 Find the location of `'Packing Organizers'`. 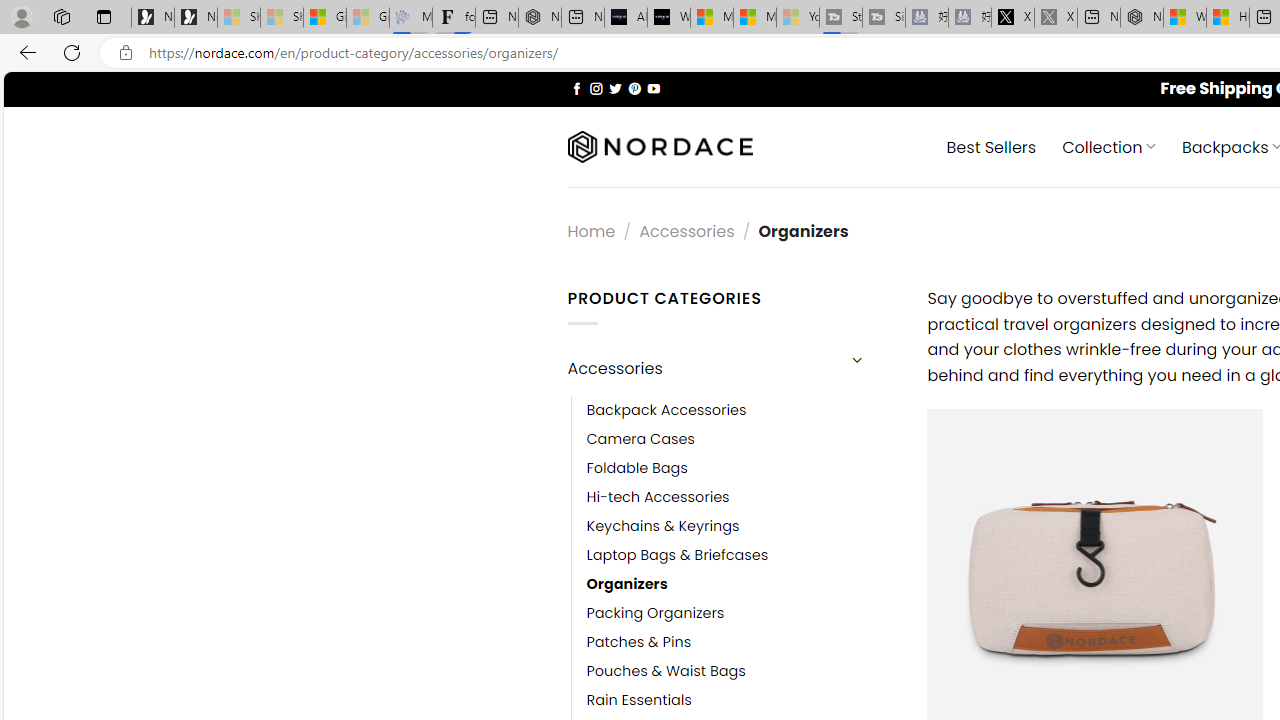

'Packing Organizers' is located at coordinates (655, 613).